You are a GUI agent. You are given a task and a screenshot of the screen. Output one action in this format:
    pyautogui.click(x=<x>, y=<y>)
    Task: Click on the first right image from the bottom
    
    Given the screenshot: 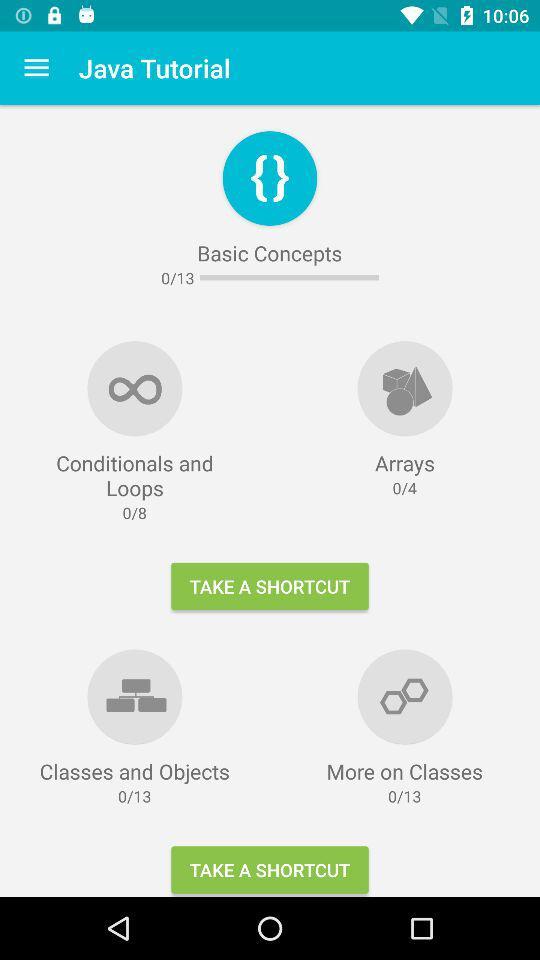 What is the action you would take?
    pyautogui.click(x=405, y=696)
    